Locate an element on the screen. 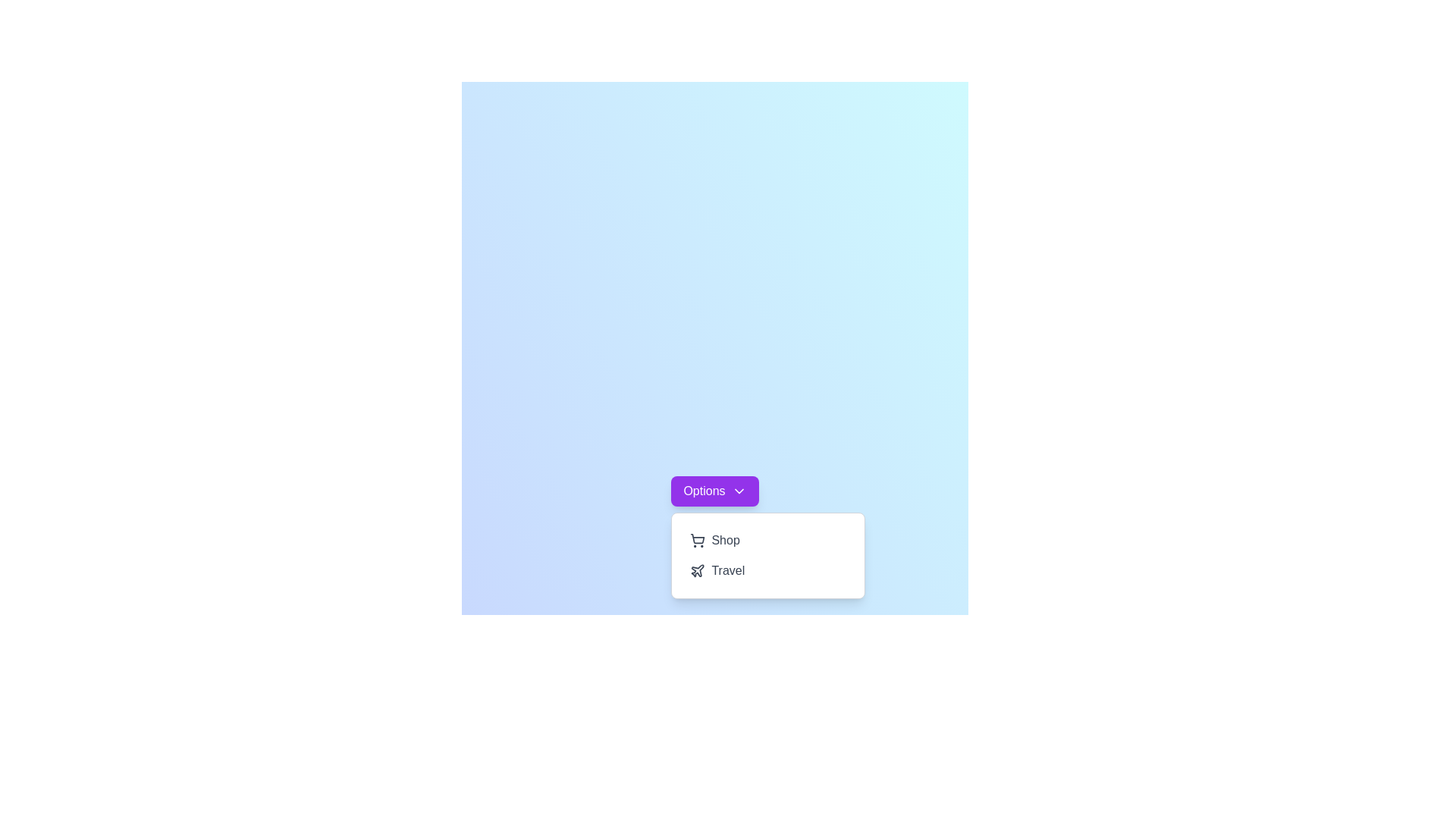 This screenshot has width=1456, height=819. the cart icon located in the dropdown menu under the 'Options' button, positioned to the left of the 'Shop' text is located at coordinates (697, 538).